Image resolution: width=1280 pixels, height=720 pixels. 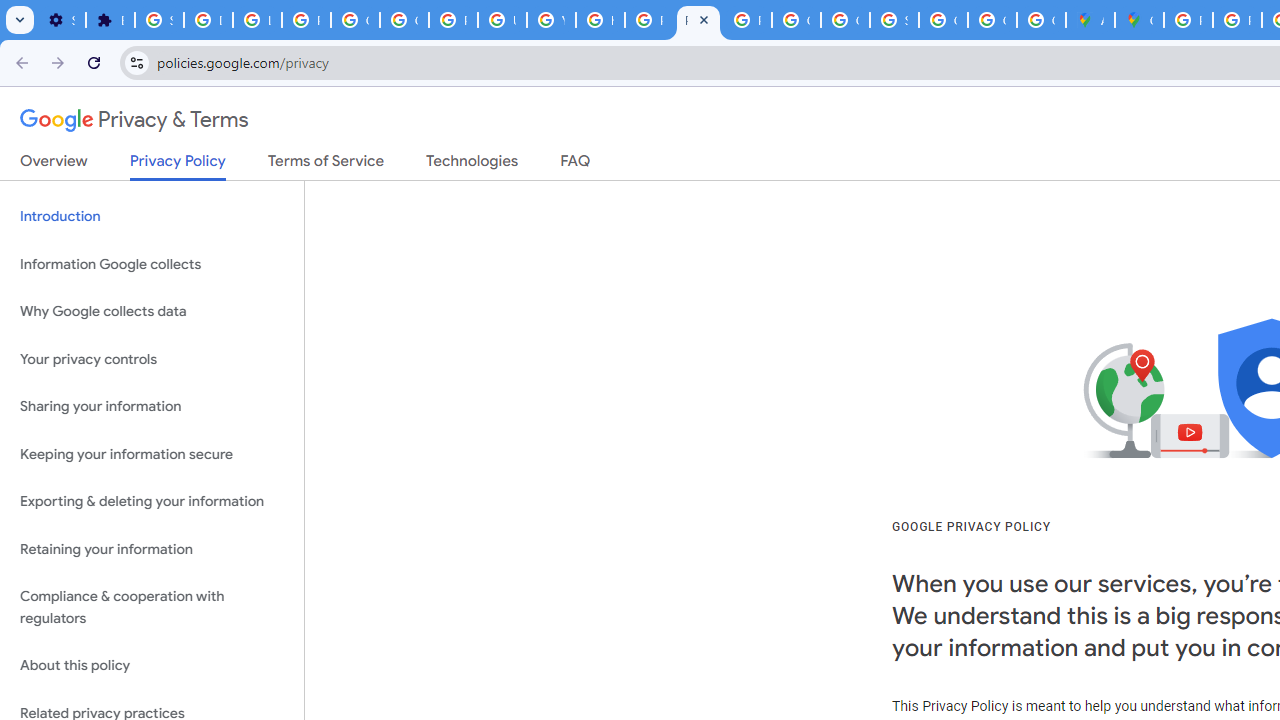 I want to click on 'YouTube', so click(x=551, y=20).